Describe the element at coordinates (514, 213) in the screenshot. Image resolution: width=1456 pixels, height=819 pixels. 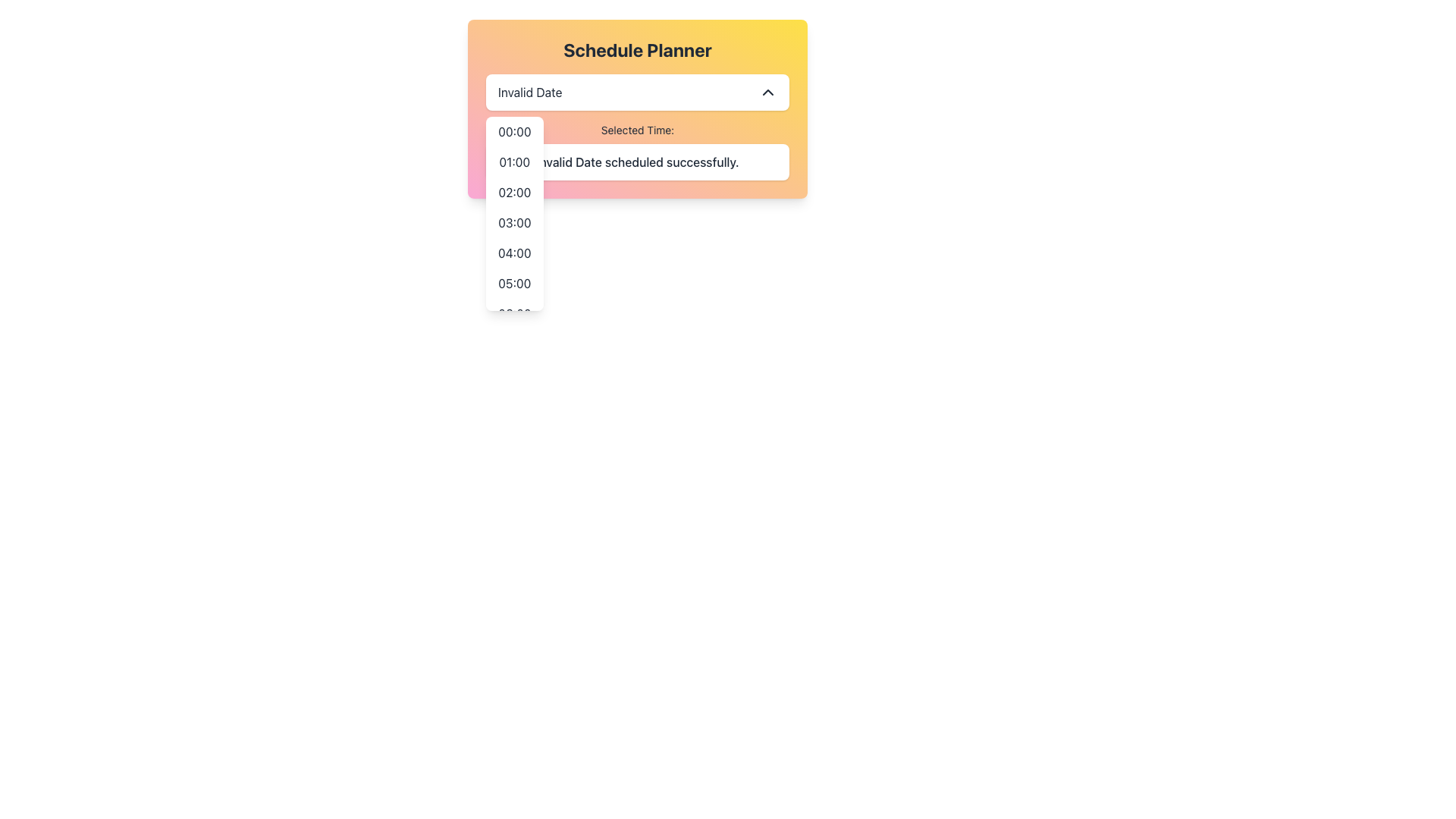
I see `the fourth item in the dropdown menu labeled '03:00'` at that location.